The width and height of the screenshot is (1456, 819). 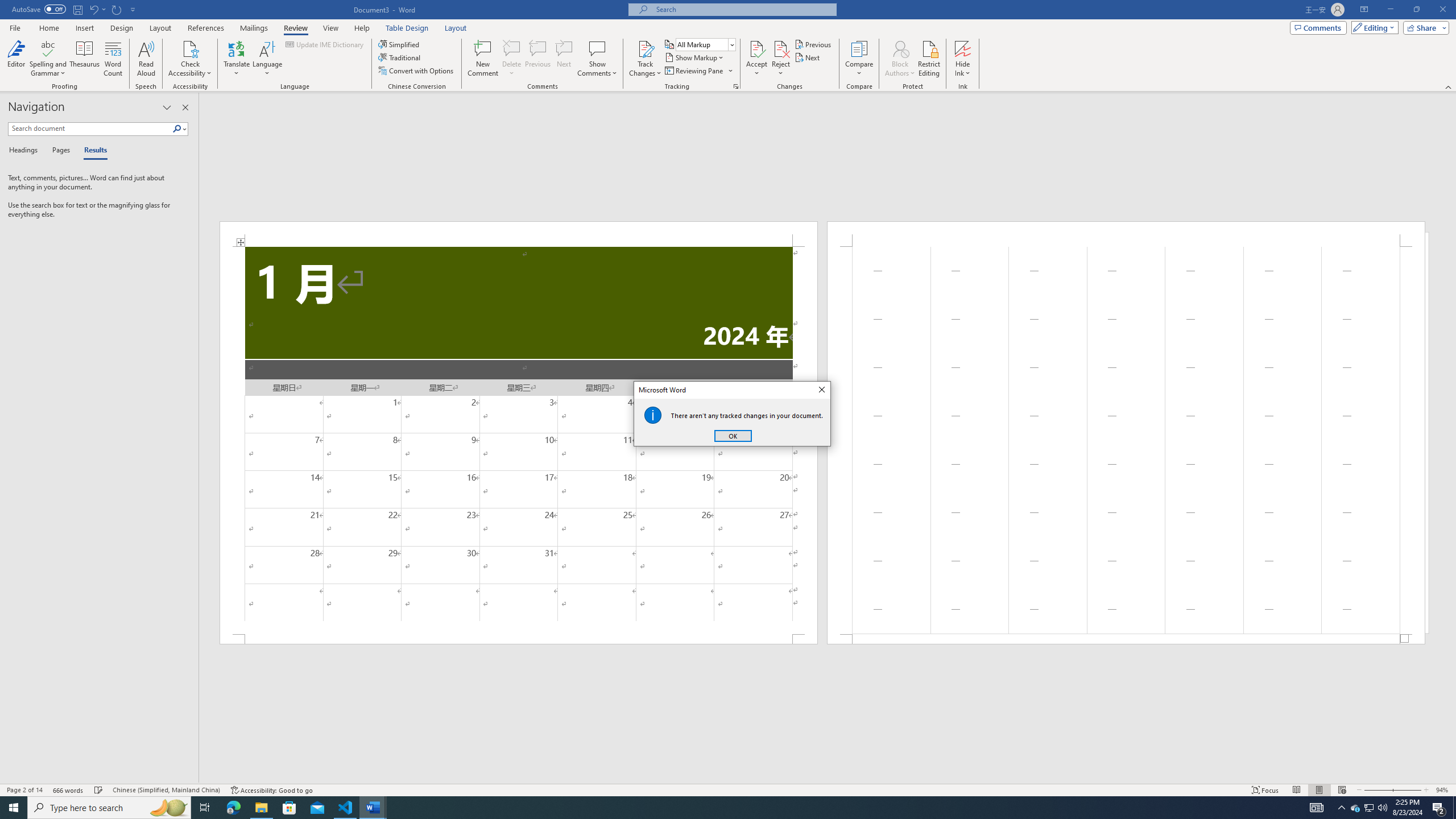 I want to click on 'Reviewing Pane', so click(x=698, y=69).